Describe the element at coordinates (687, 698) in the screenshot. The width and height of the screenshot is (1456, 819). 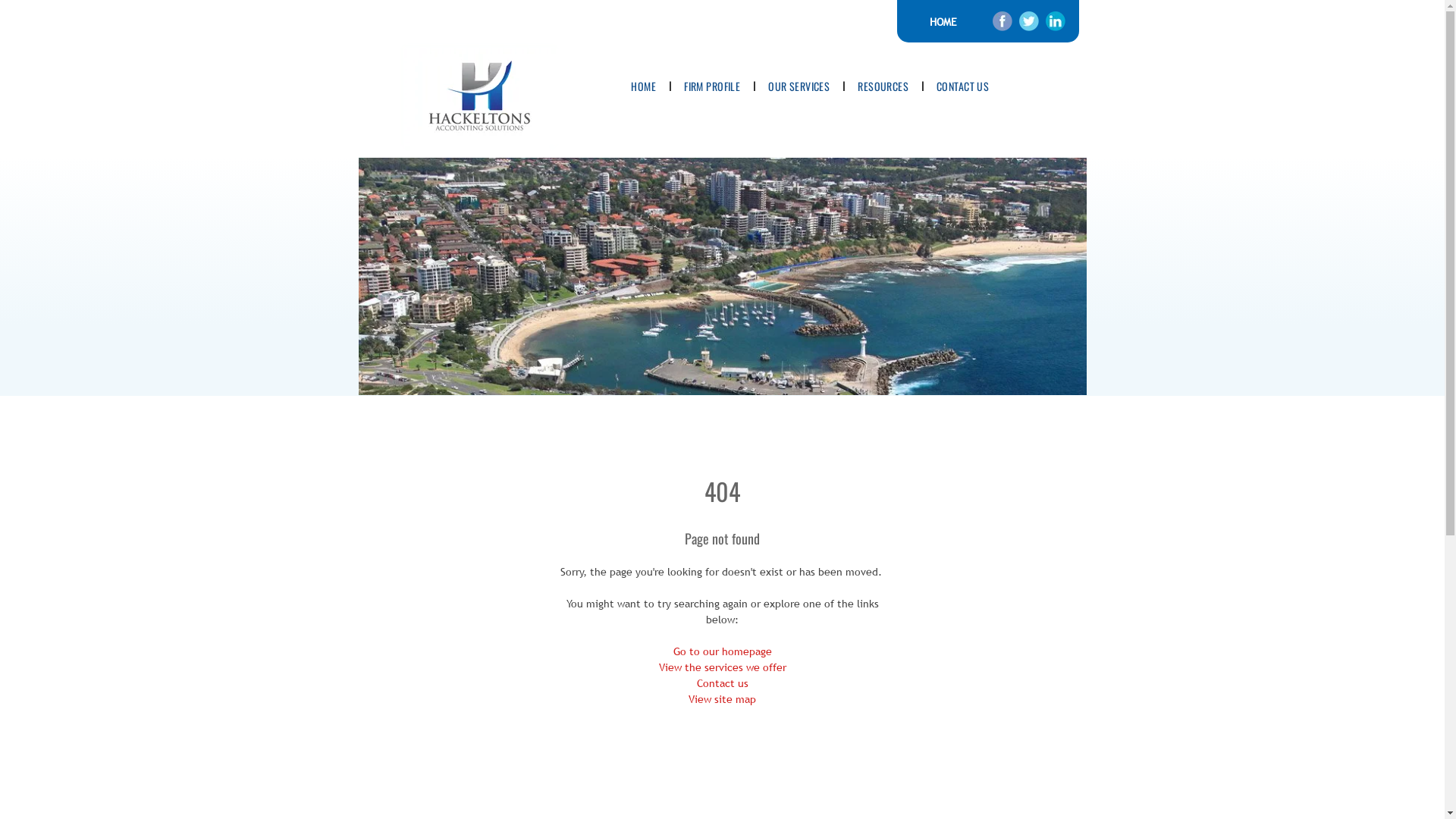
I see `'View site map'` at that location.